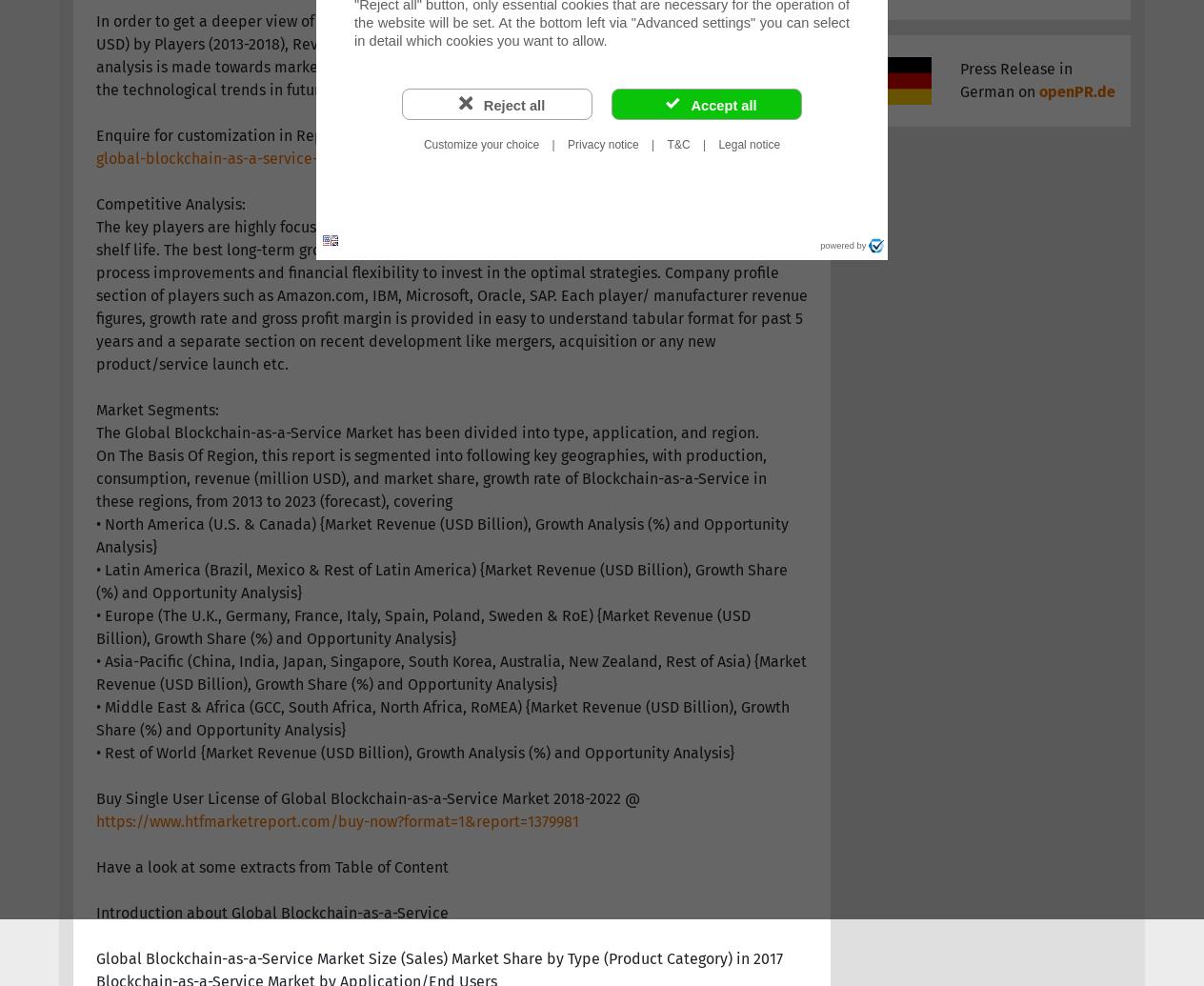 Image resolution: width=1204 pixels, height=986 pixels. What do you see at coordinates (1014, 80) in the screenshot?
I see `'Press Release in German on'` at bounding box center [1014, 80].